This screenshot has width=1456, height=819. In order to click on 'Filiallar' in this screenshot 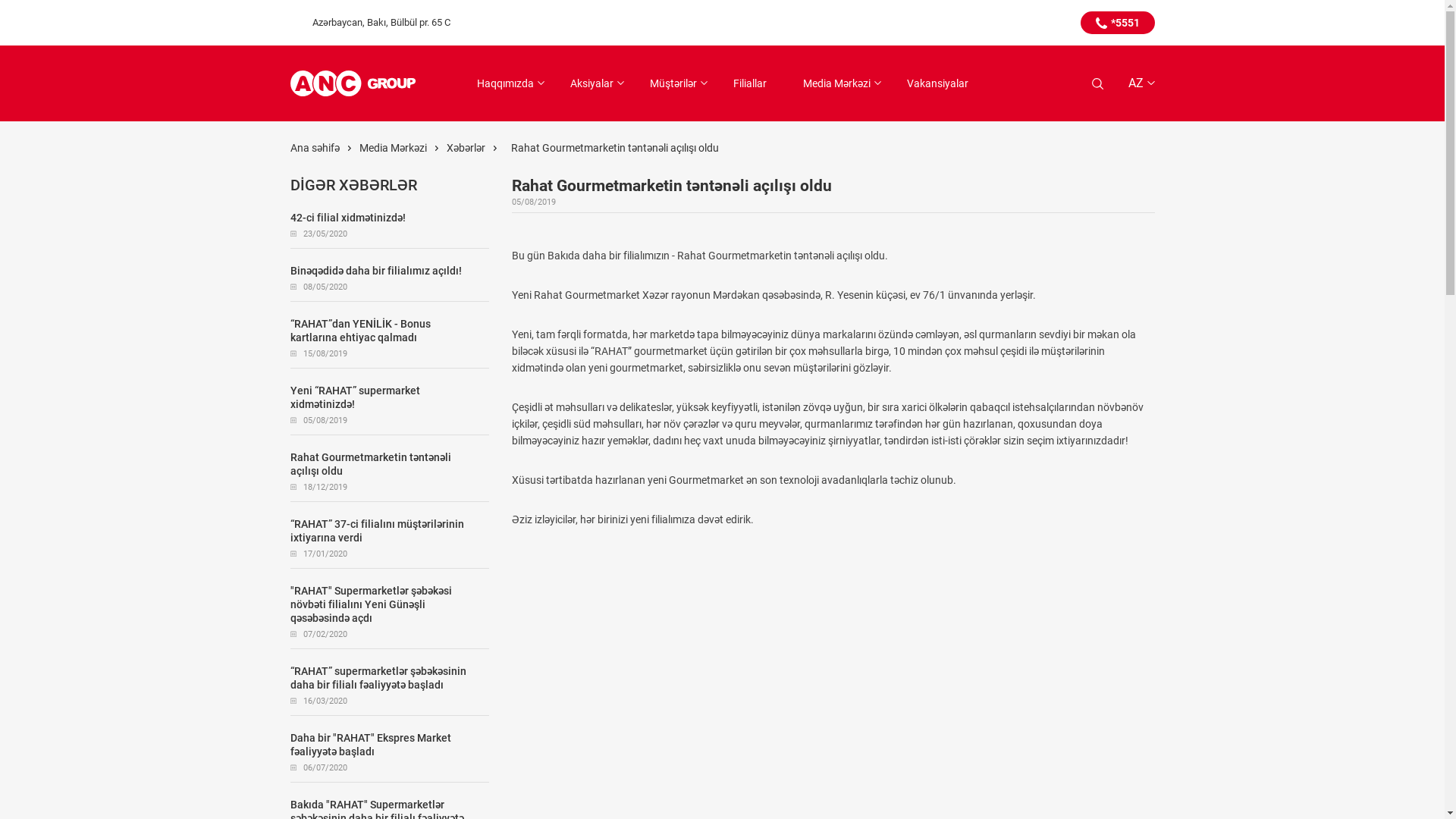, I will do `click(749, 83)`.